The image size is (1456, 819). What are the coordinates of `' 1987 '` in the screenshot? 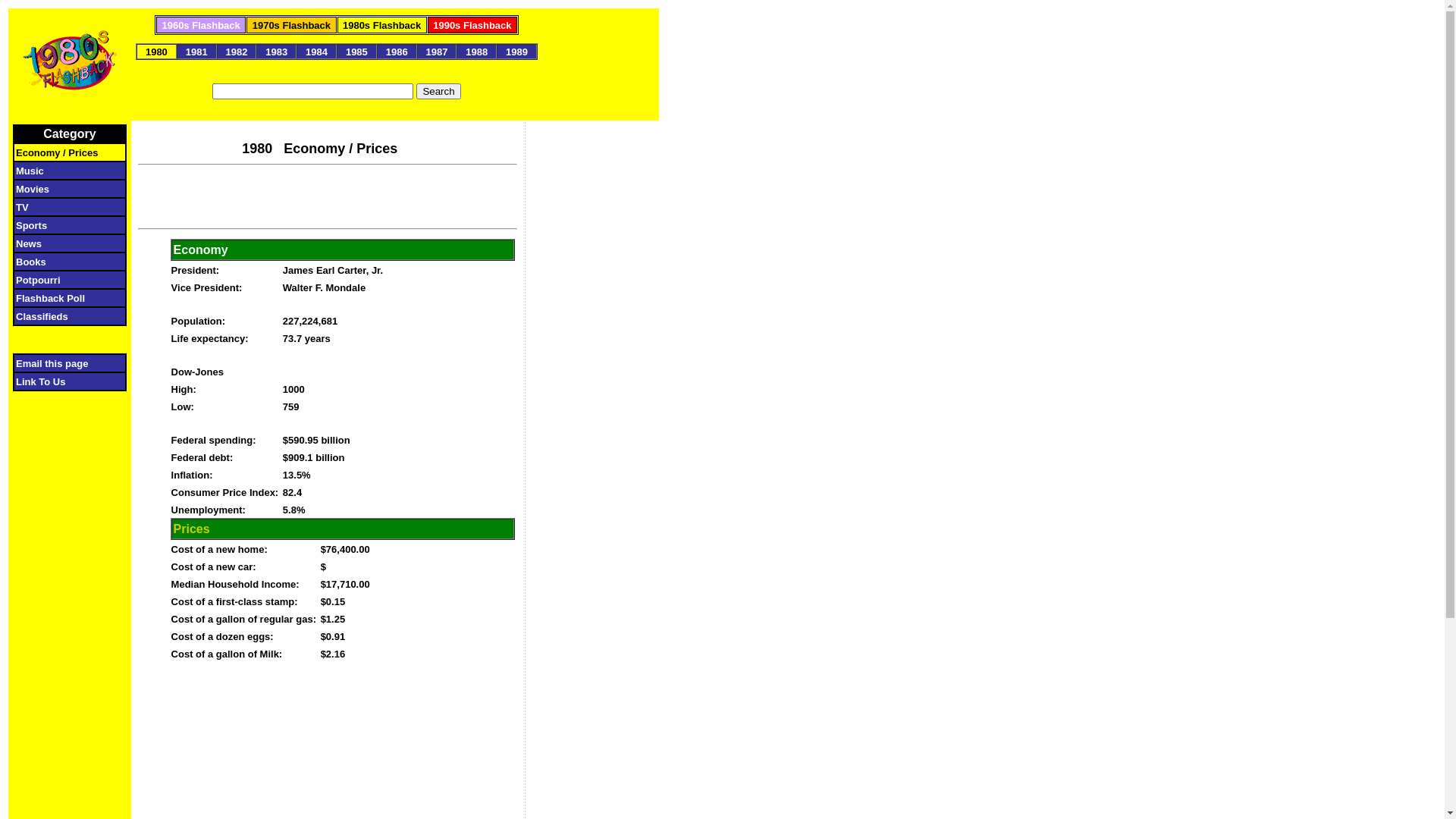 It's located at (436, 50).